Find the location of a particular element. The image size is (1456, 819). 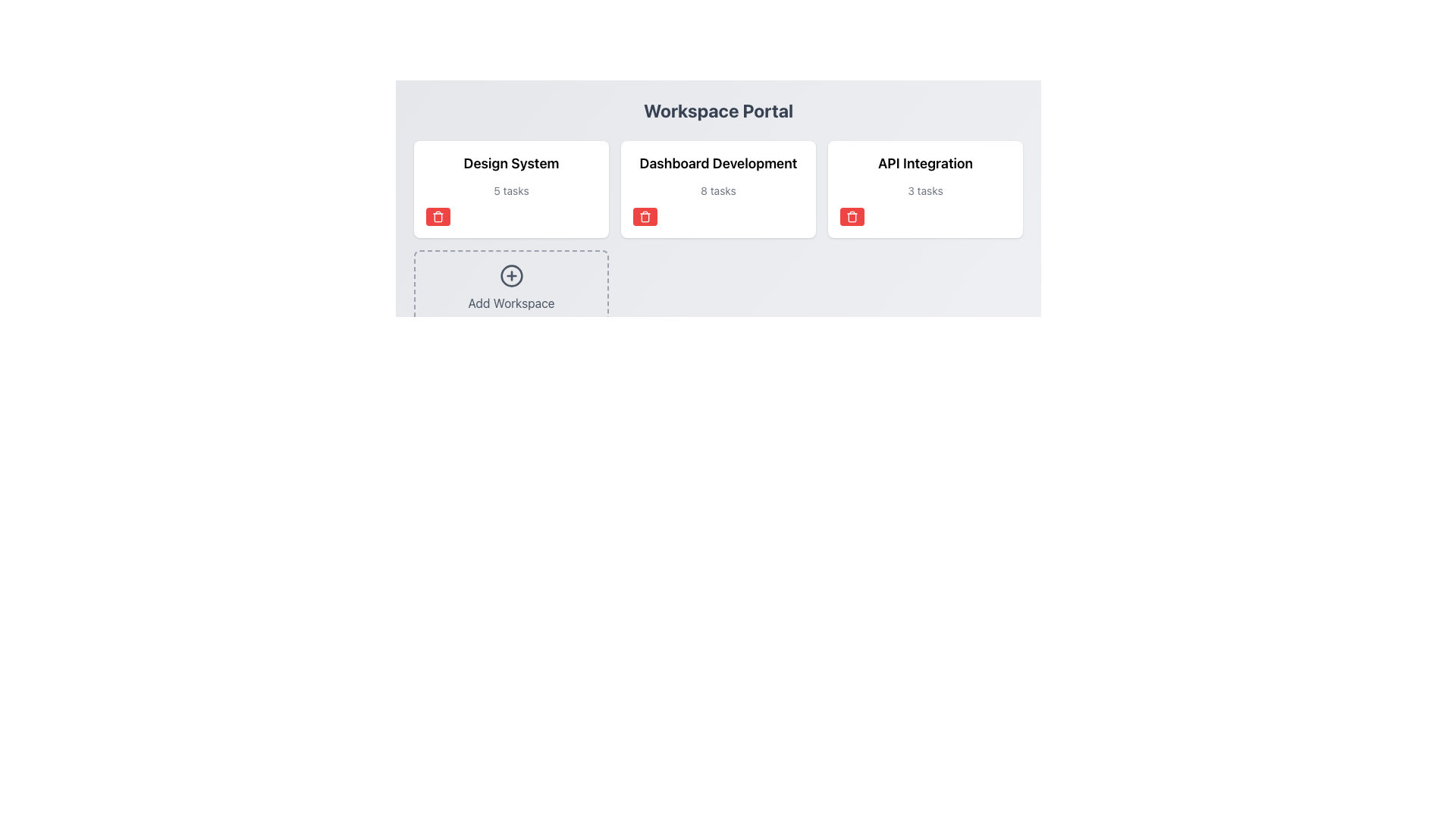

the circular SVG element with a grey border and white interior, which is part of the 'Add Workspace' button located at the bottom-left of the interface is located at coordinates (511, 275).